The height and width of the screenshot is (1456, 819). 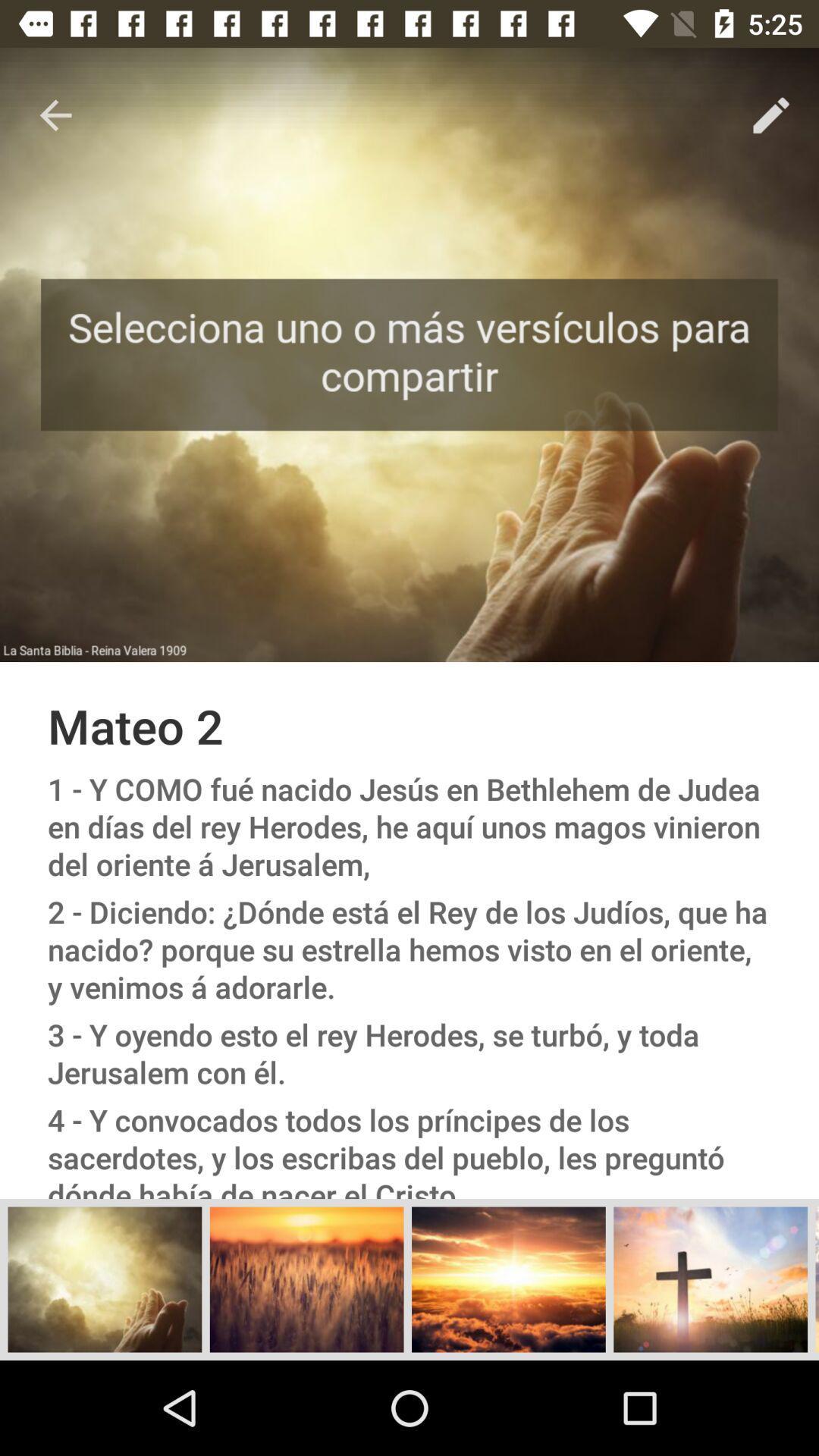 I want to click on the mateo 2 item, so click(x=409, y=724).